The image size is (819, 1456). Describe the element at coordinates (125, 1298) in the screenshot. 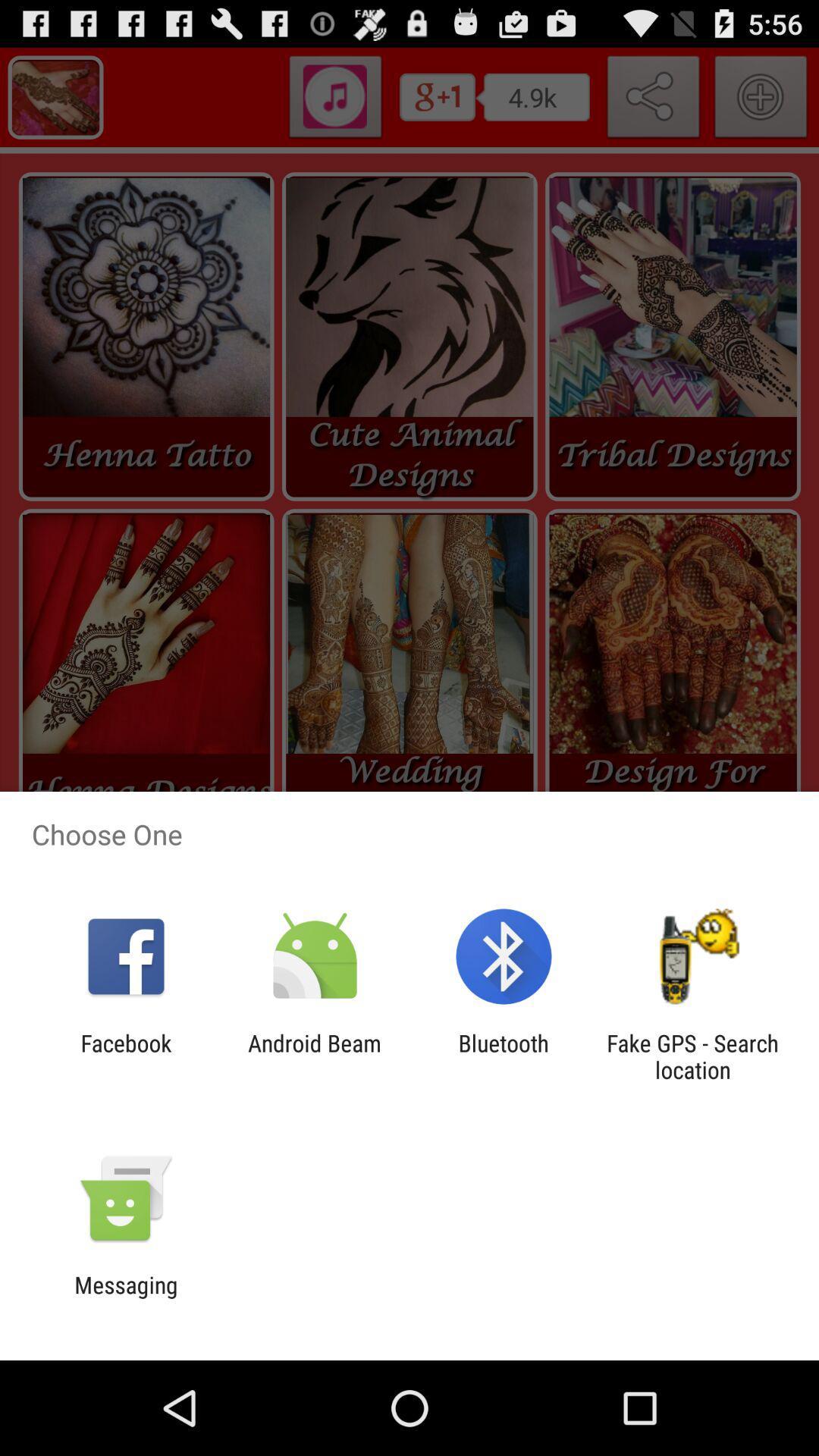

I see `the messaging app` at that location.